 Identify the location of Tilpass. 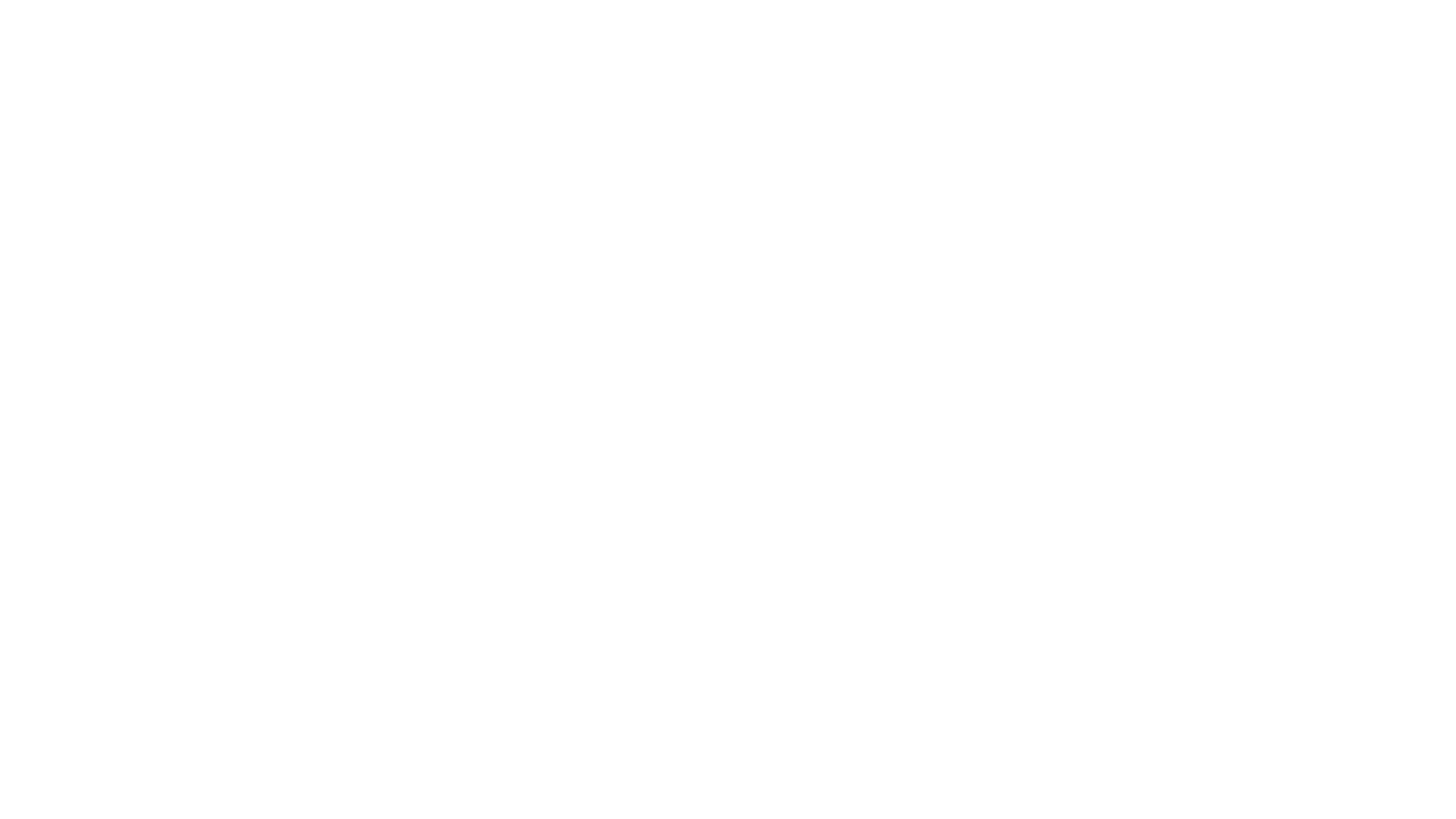
(728, 536).